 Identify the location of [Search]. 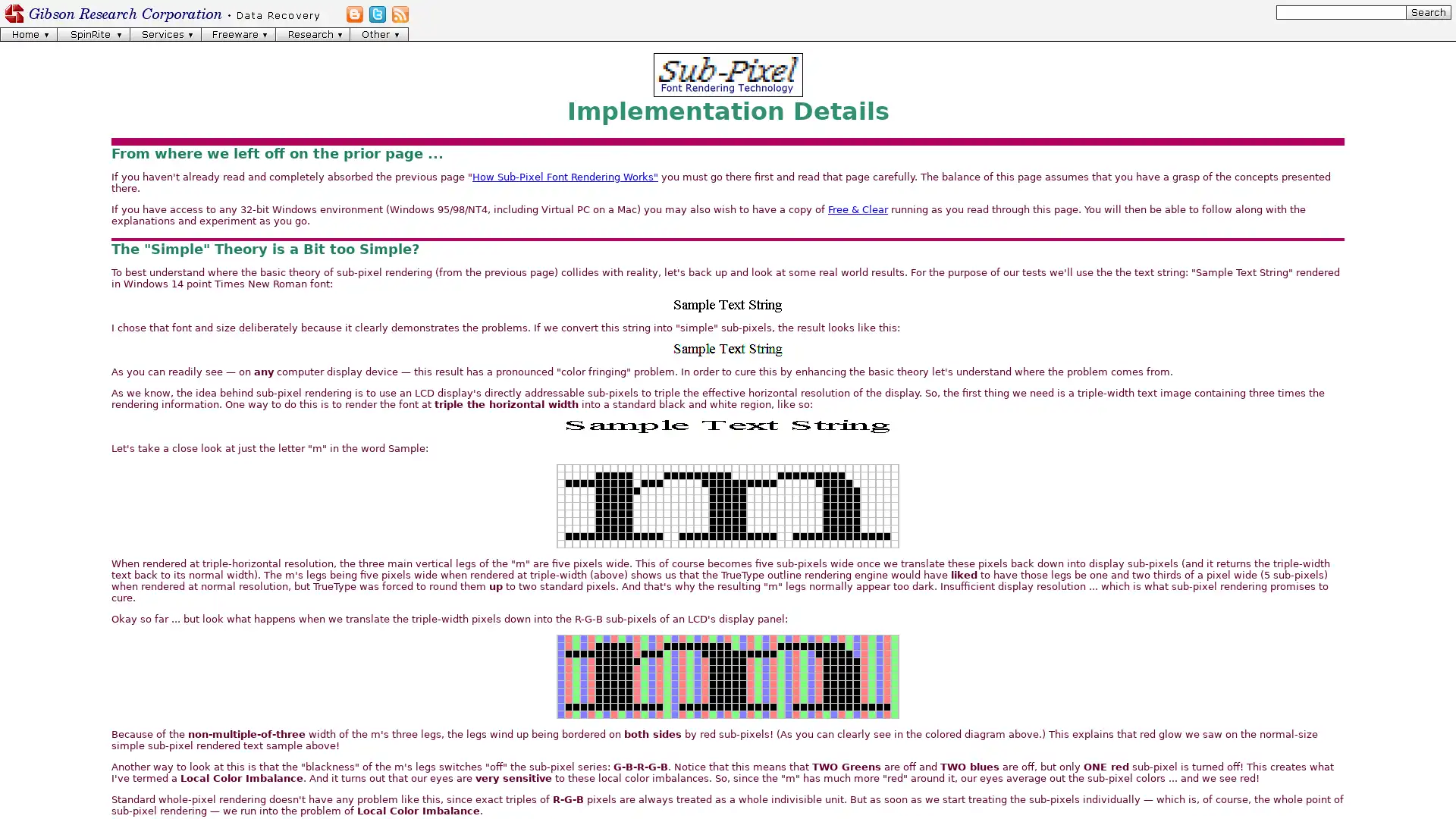
(1427, 12).